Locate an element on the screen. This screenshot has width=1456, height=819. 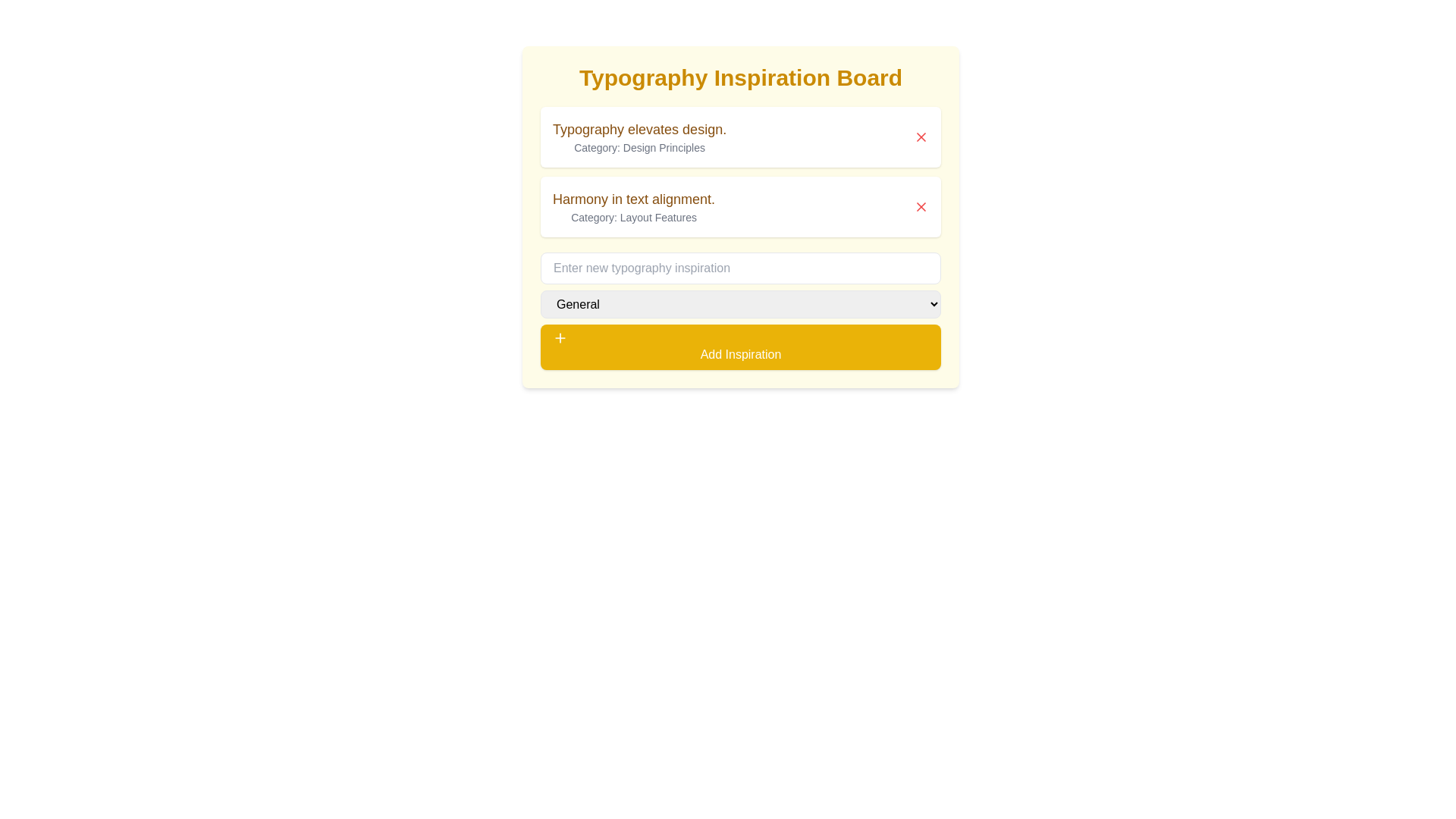
the close button associated with the item titled 'Harmony in text alignment. Category: Layout Features' to trigger its hover effect is located at coordinates (920, 207).